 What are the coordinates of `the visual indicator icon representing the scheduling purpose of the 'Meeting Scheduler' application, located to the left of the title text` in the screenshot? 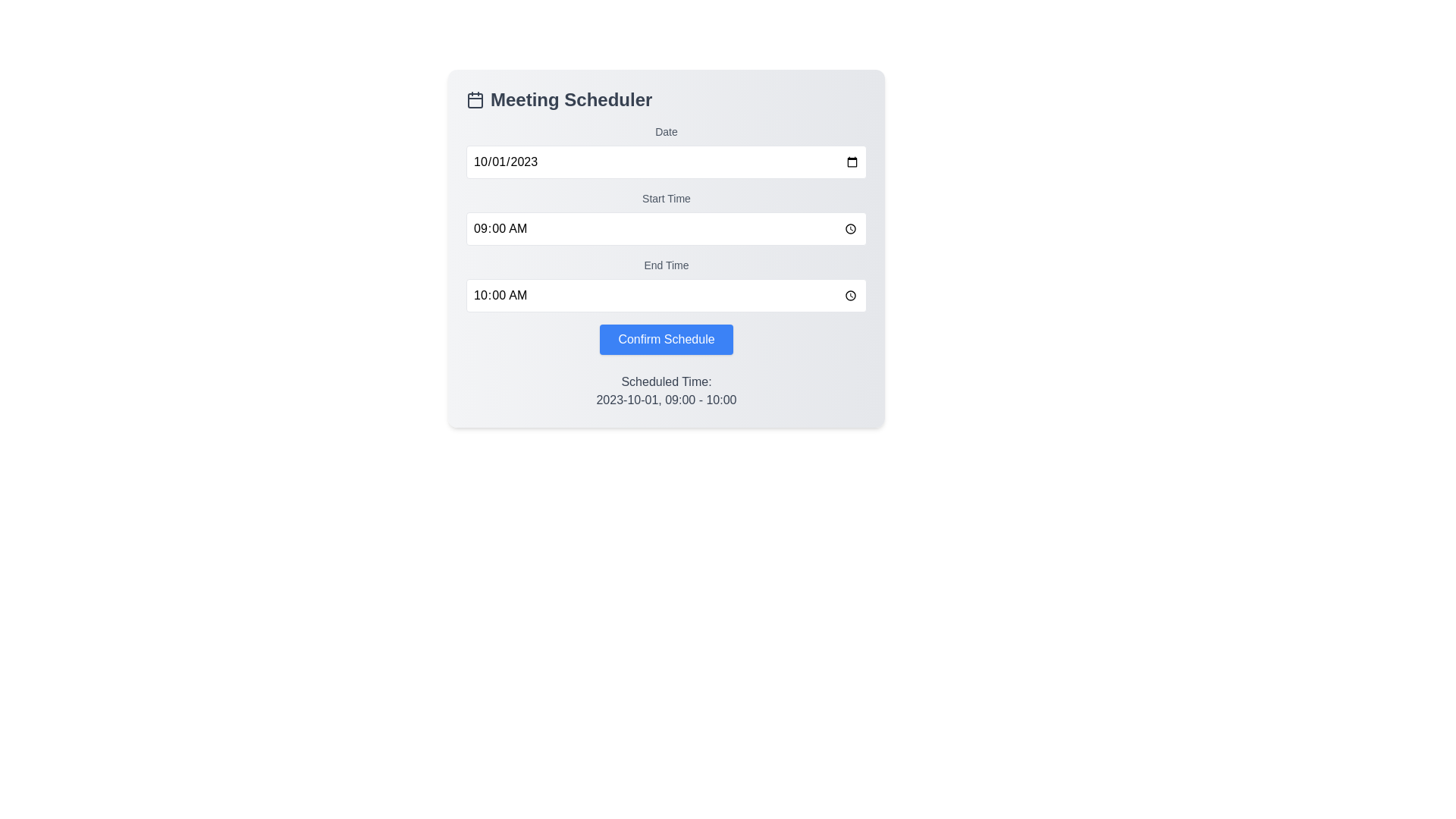 It's located at (475, 99).